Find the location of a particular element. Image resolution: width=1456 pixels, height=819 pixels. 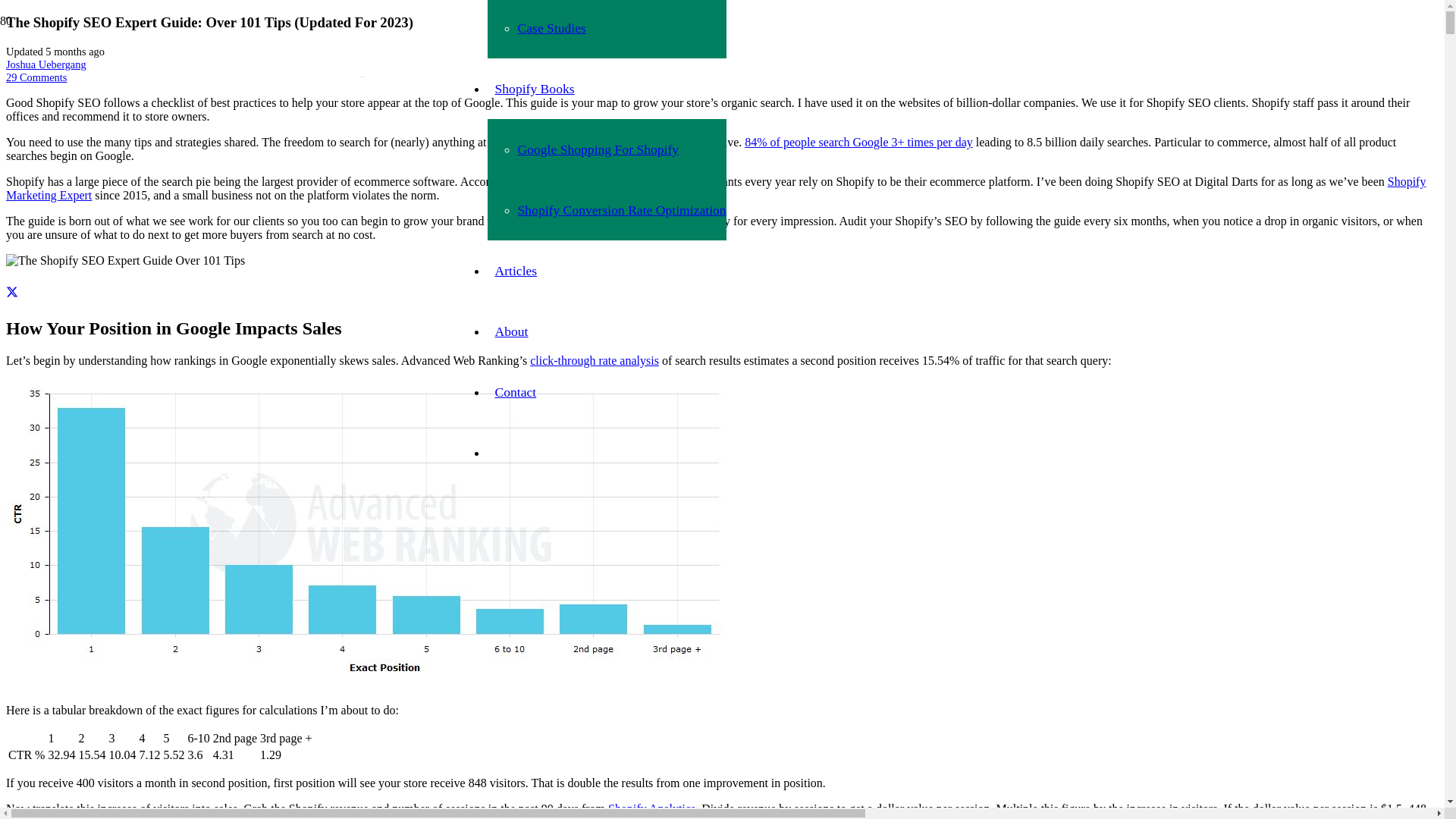

'About' is located at coordinates (510, 330).